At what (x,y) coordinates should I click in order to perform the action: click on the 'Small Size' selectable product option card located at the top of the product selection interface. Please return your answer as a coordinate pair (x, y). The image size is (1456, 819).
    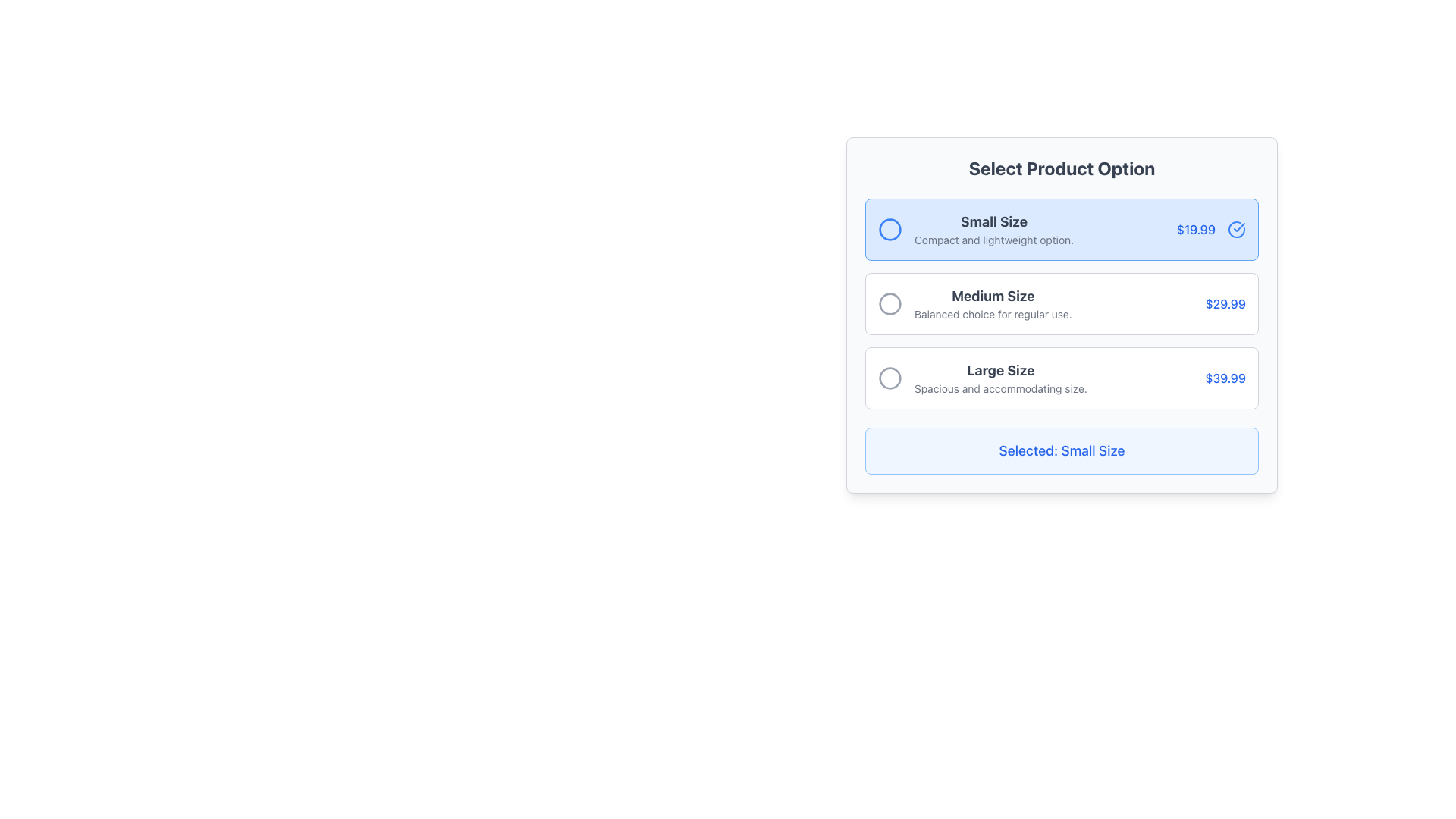
    Looking at the image, I should click on (1061, 230).